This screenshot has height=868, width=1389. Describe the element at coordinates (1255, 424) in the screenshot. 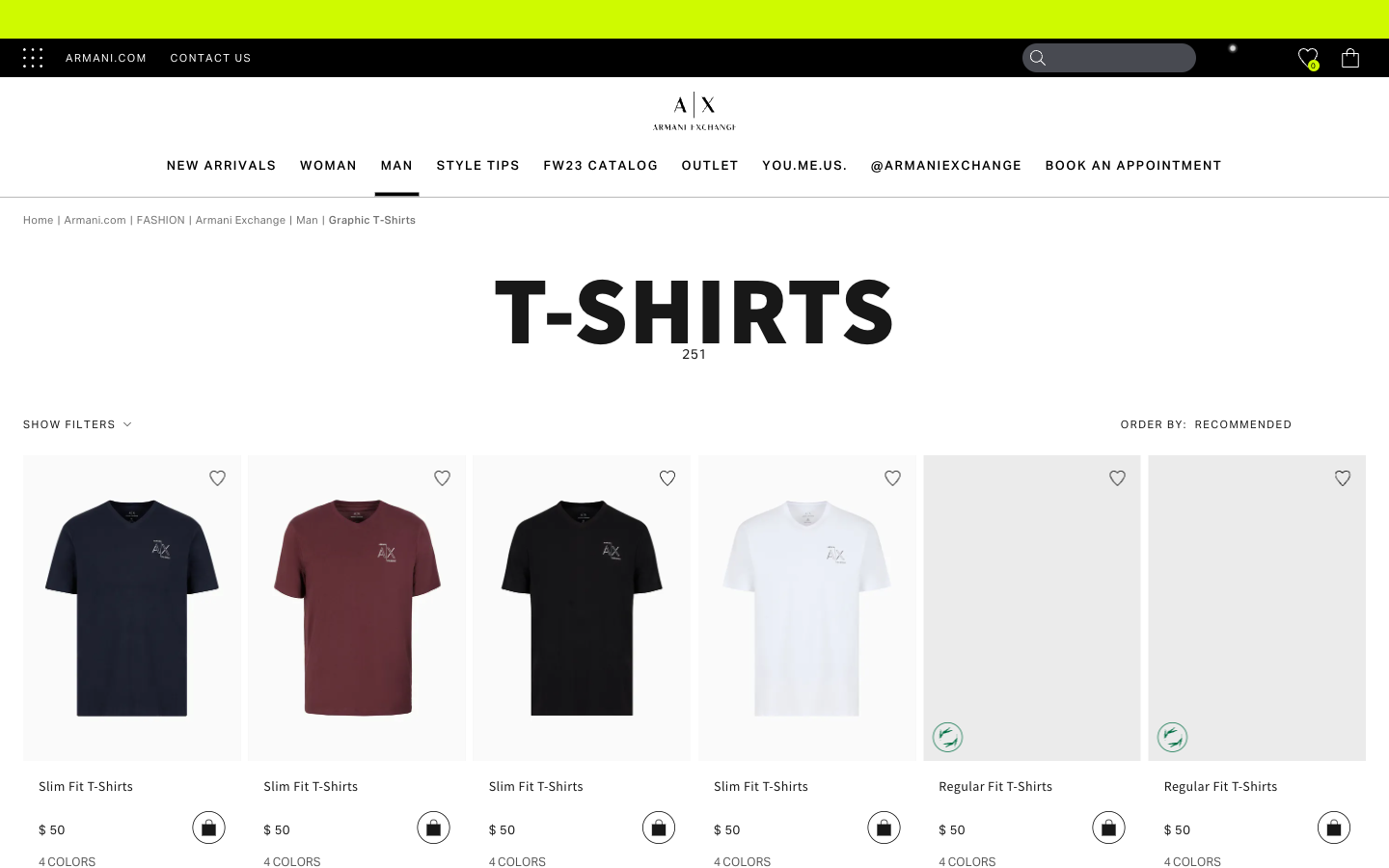

I see `desired search filter` at that location.